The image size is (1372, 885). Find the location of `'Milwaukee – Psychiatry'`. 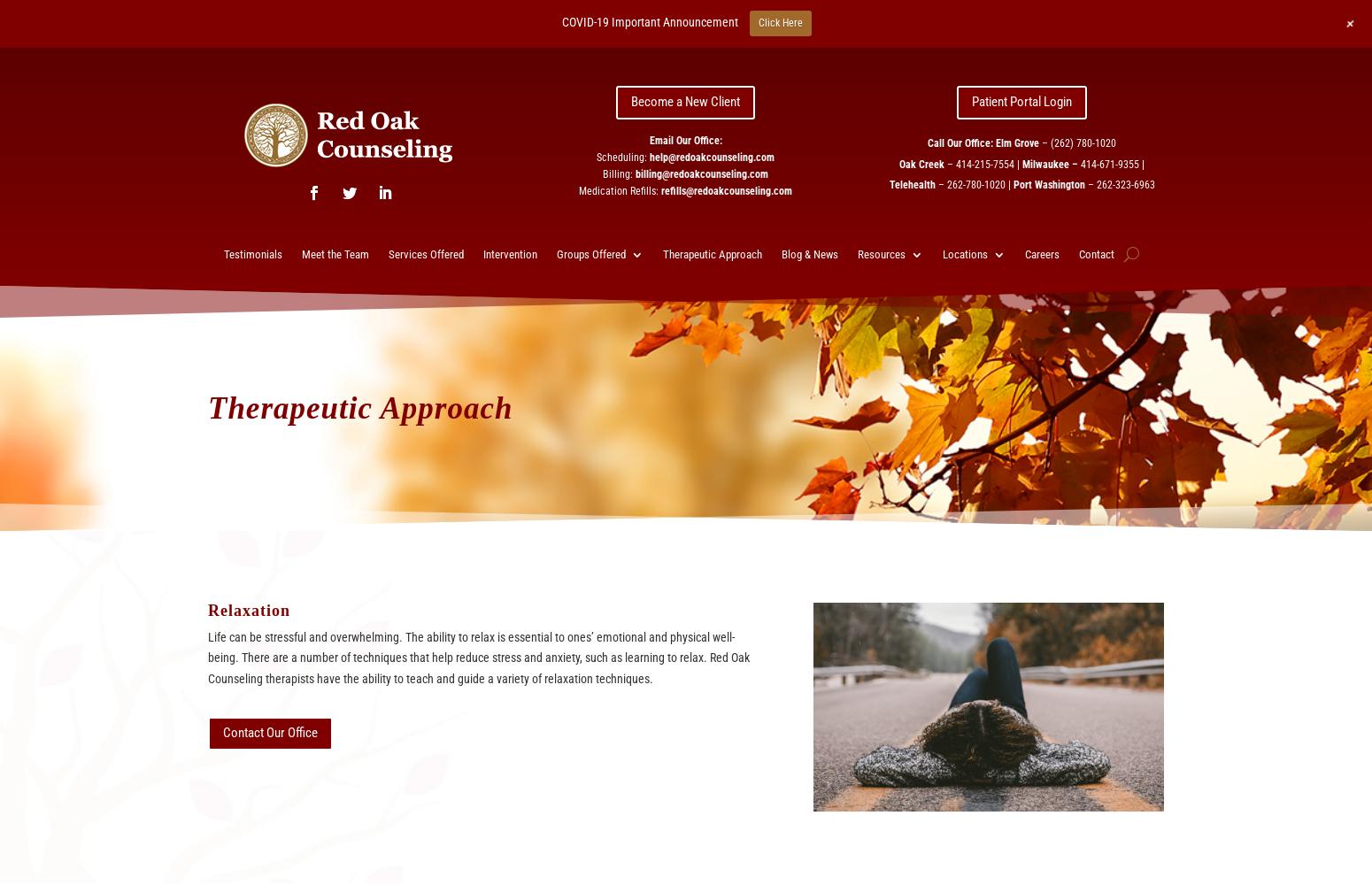

'Milwaukee – Psychiatry' is located at coordinates (1019, 339).